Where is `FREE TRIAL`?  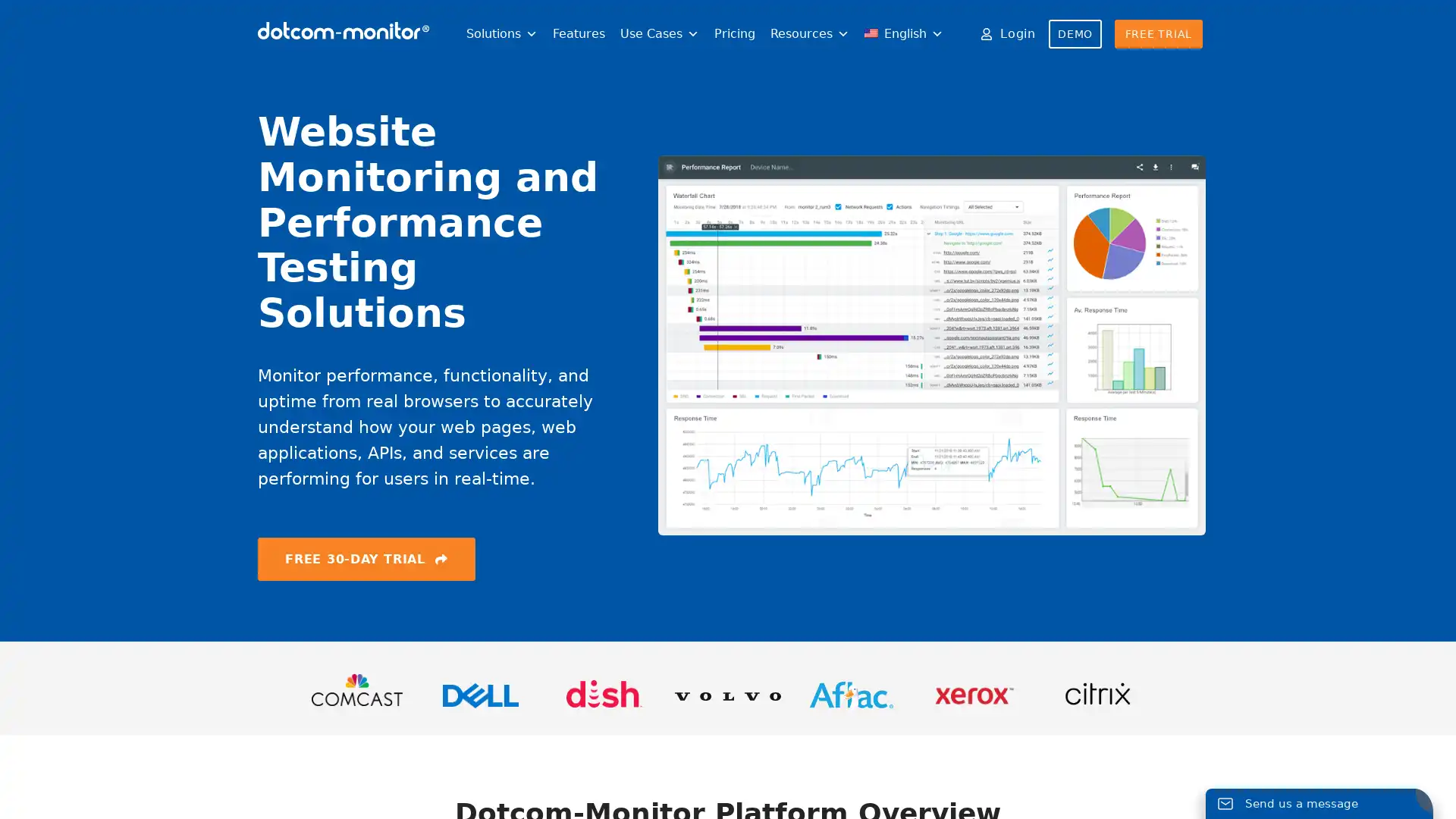
FREE TRIAL is located at coordinates (1157, 34).